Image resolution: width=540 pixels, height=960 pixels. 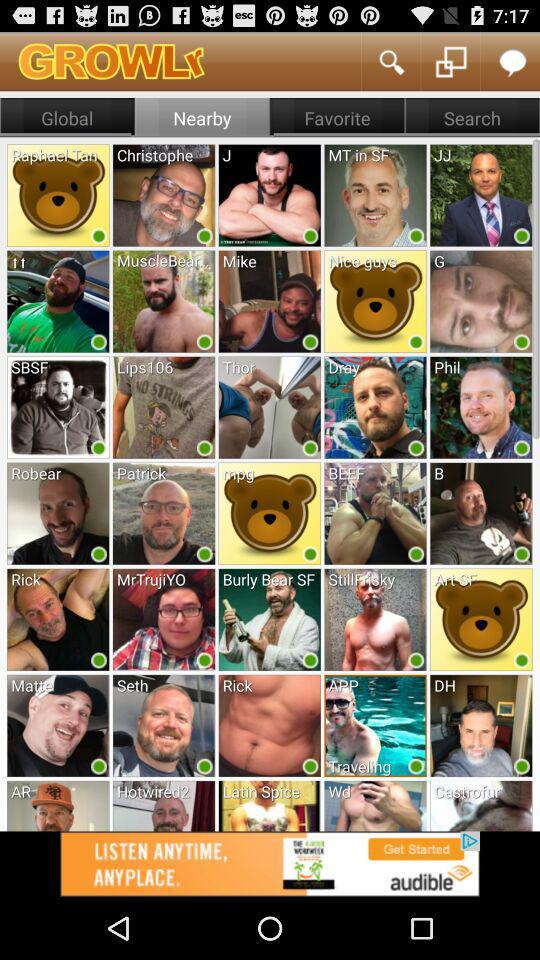 I want to click on the chat icon, so click(x=511, y=65).